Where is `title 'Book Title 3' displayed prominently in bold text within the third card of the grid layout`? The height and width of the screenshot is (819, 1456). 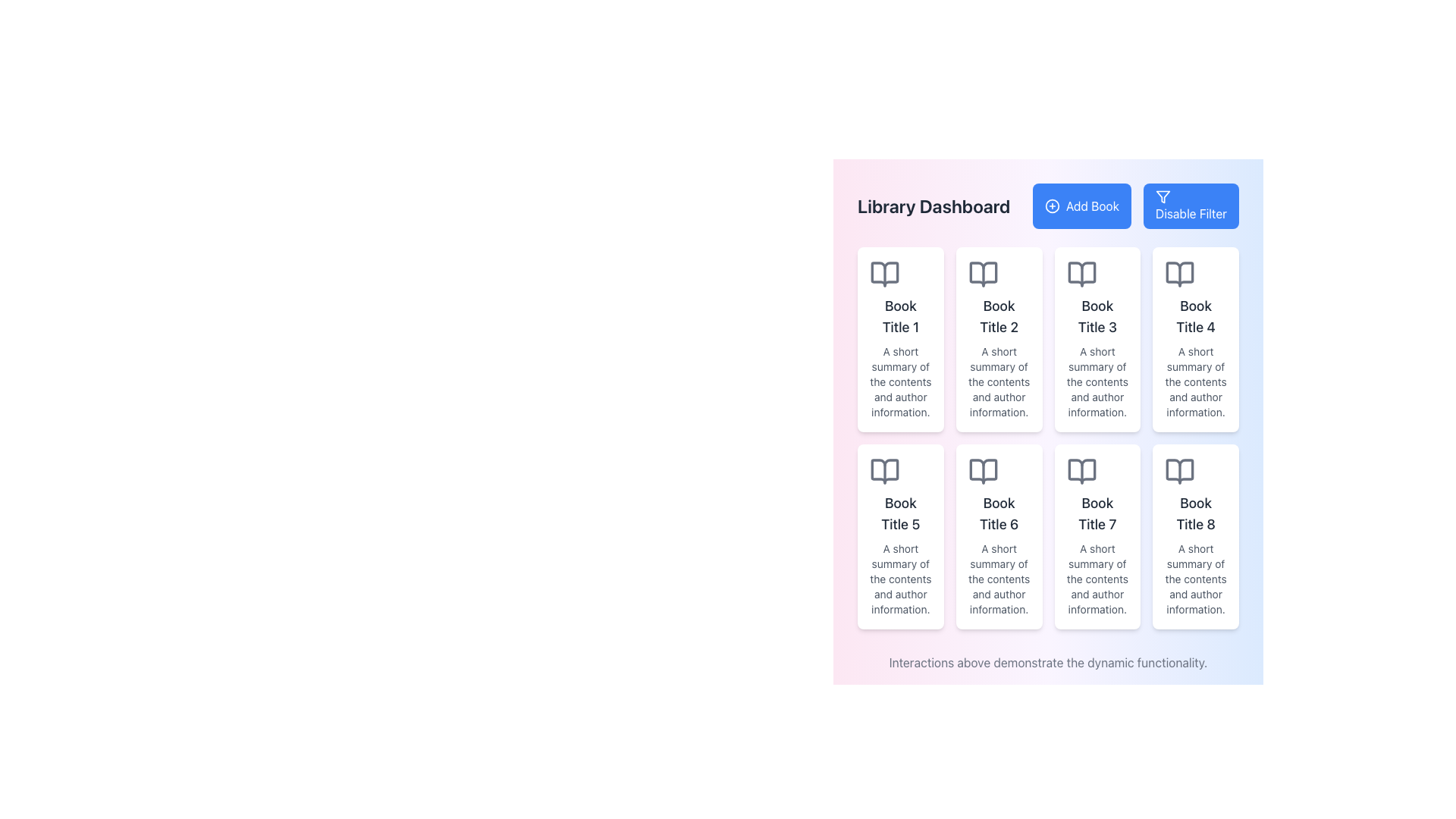 title 'Book Title 3' displayed prominently in bold text within the third card of the grid layout is located at coordinates (1097, 315).